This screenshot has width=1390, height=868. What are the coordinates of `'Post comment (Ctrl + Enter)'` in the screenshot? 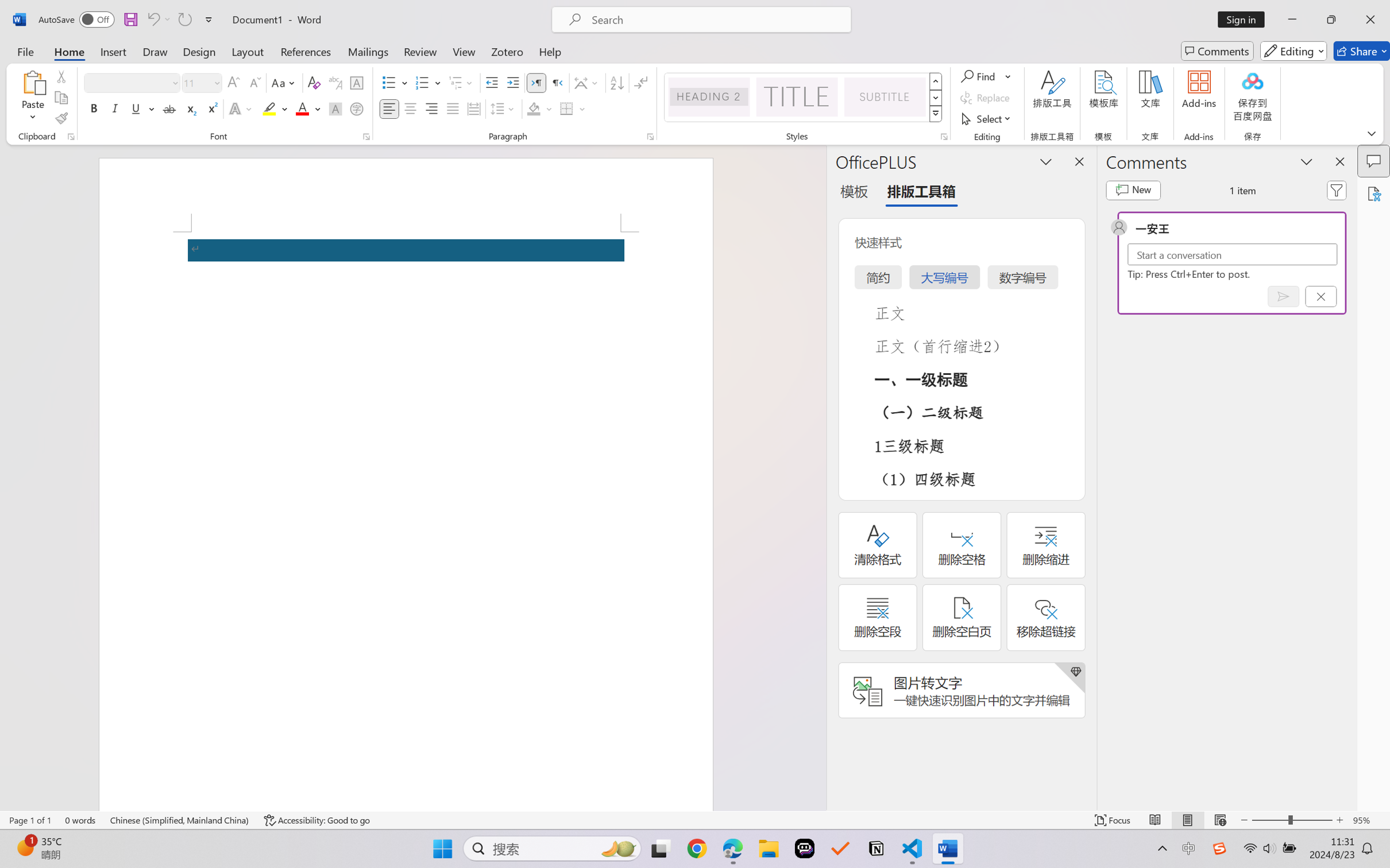 It's located at (1283, 296).